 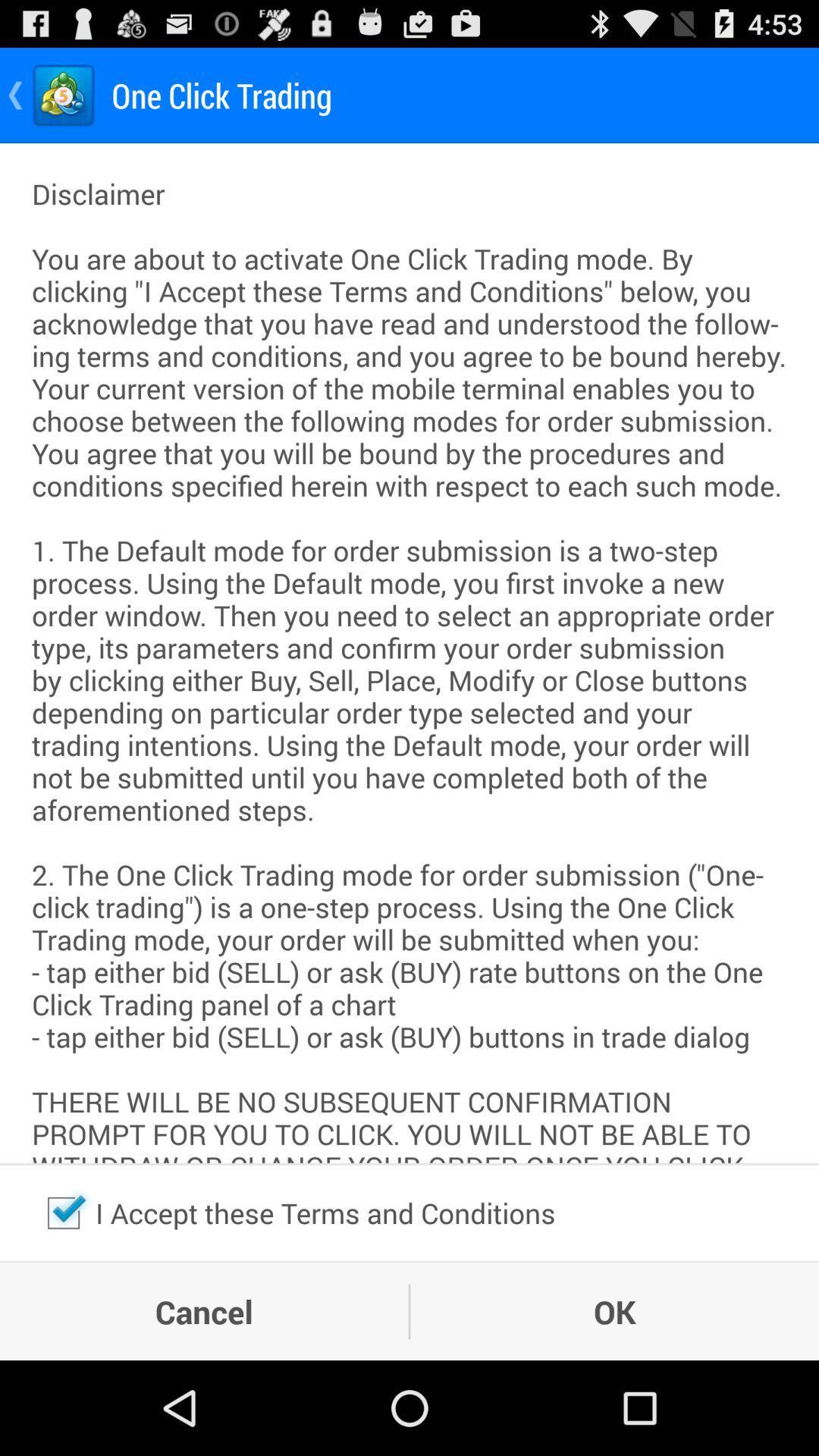 What do you see at coordinates (203, 1310) in the screenshot?
I see `cancel item` at bounding box center [203, 1310].